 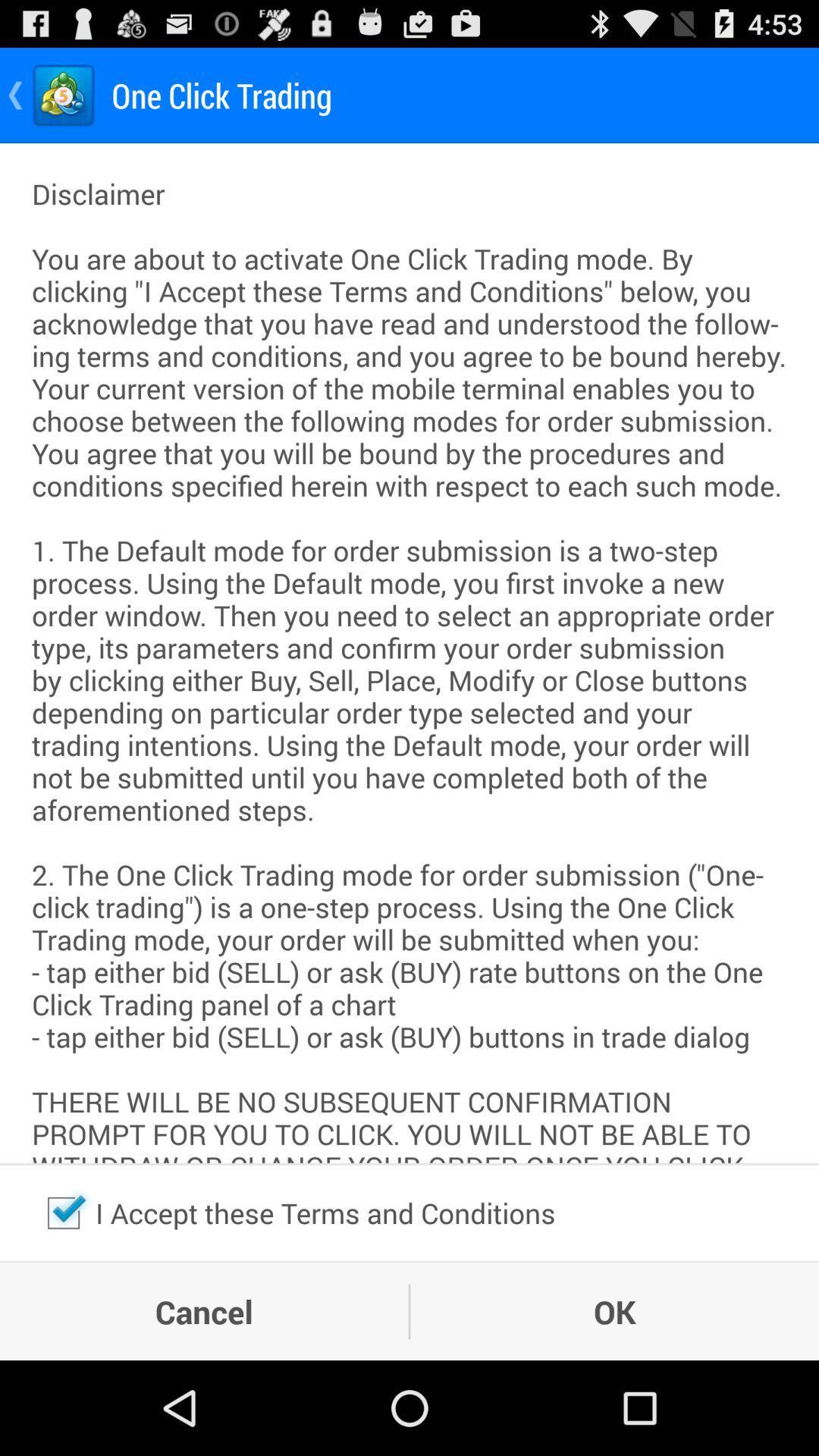 What do you see at coordinates (203, 1310) in the screenshot?
I see `cancel item` at bounding box center [203, 1310].